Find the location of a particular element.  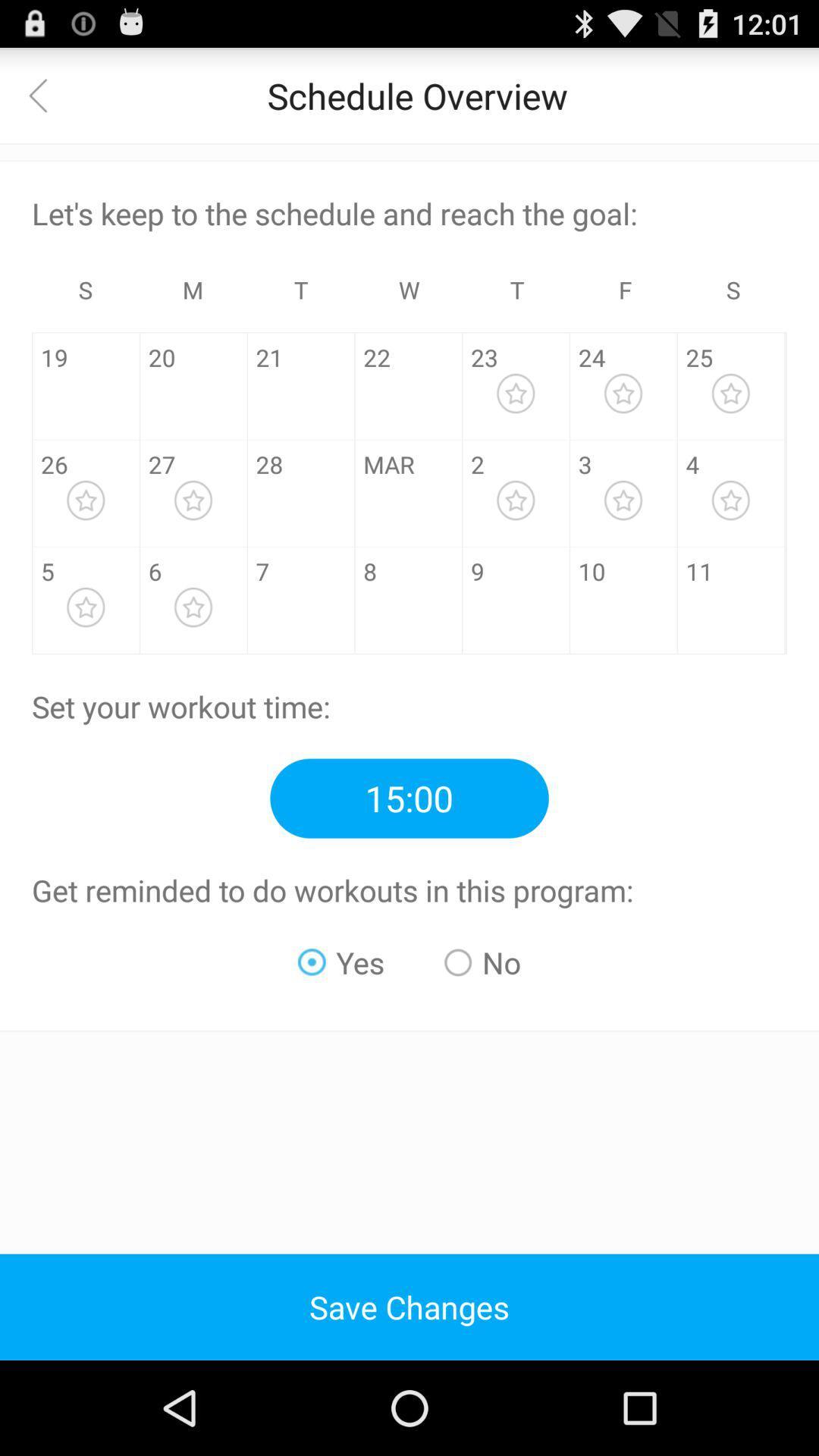

the yes radio button is located at coordinates (341, 962).